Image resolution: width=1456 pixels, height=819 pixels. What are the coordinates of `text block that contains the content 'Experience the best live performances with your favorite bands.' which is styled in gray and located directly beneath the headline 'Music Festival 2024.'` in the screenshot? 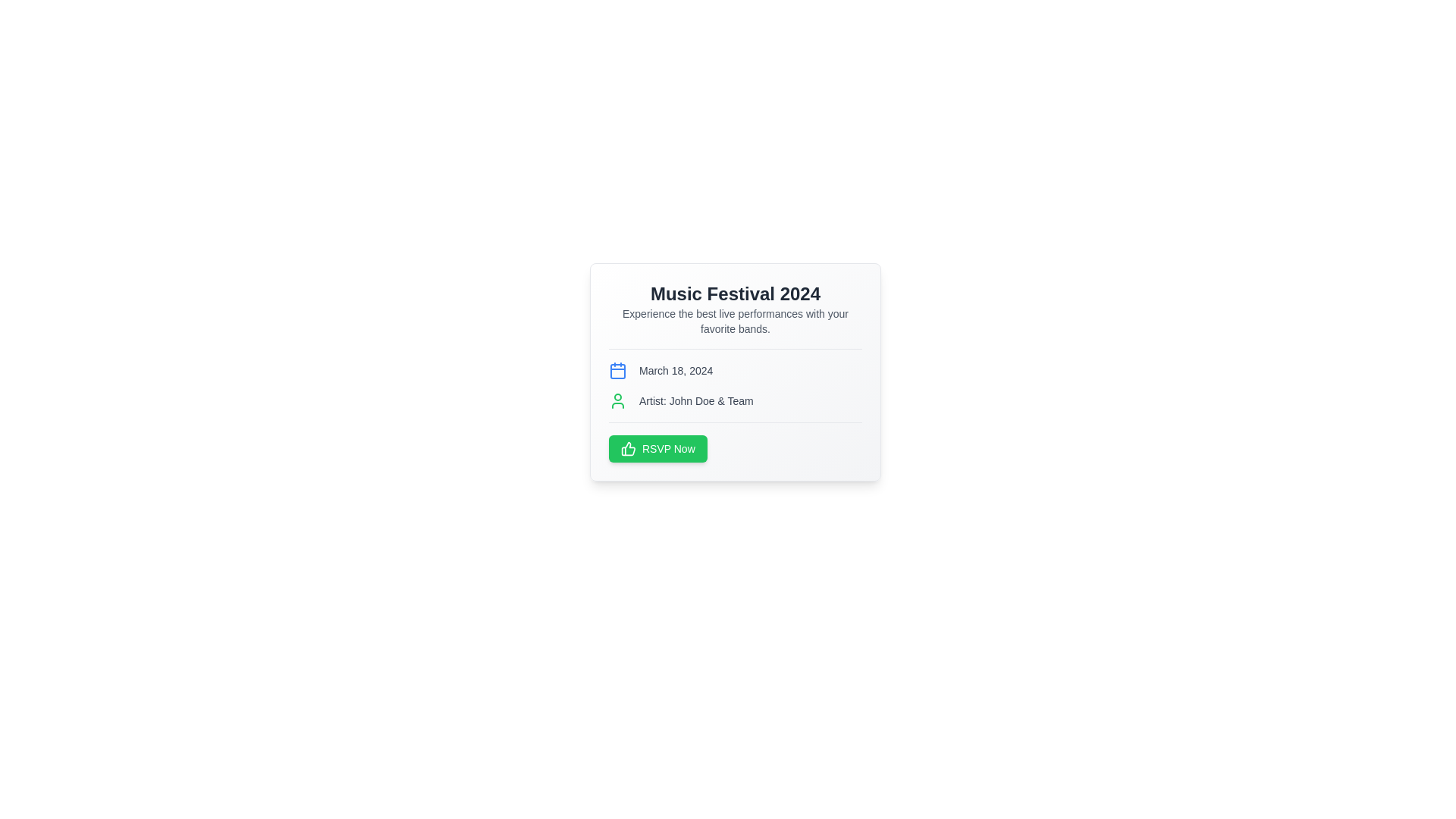 It's located at (735, 321).